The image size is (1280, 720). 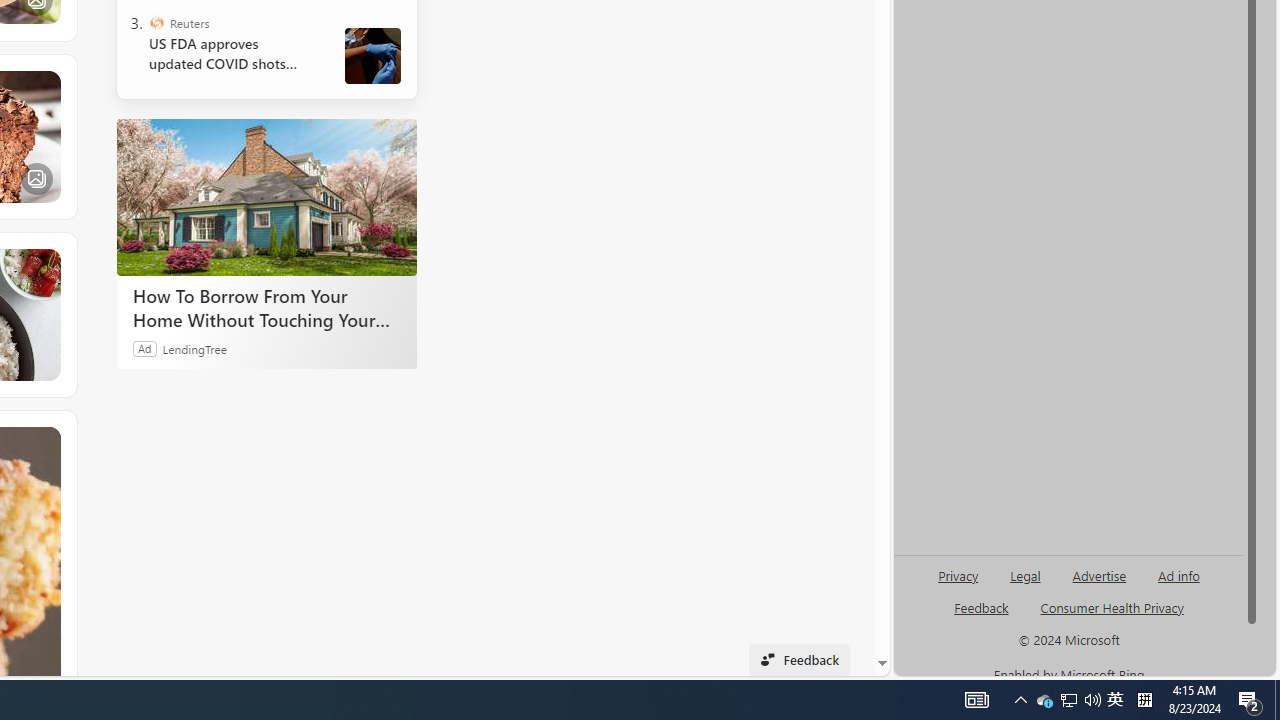 What do you see at coordinates (981, 606) in the screenshot?
I see `'AutomationID: sb_feedback'` at bounding box center [981, 606].